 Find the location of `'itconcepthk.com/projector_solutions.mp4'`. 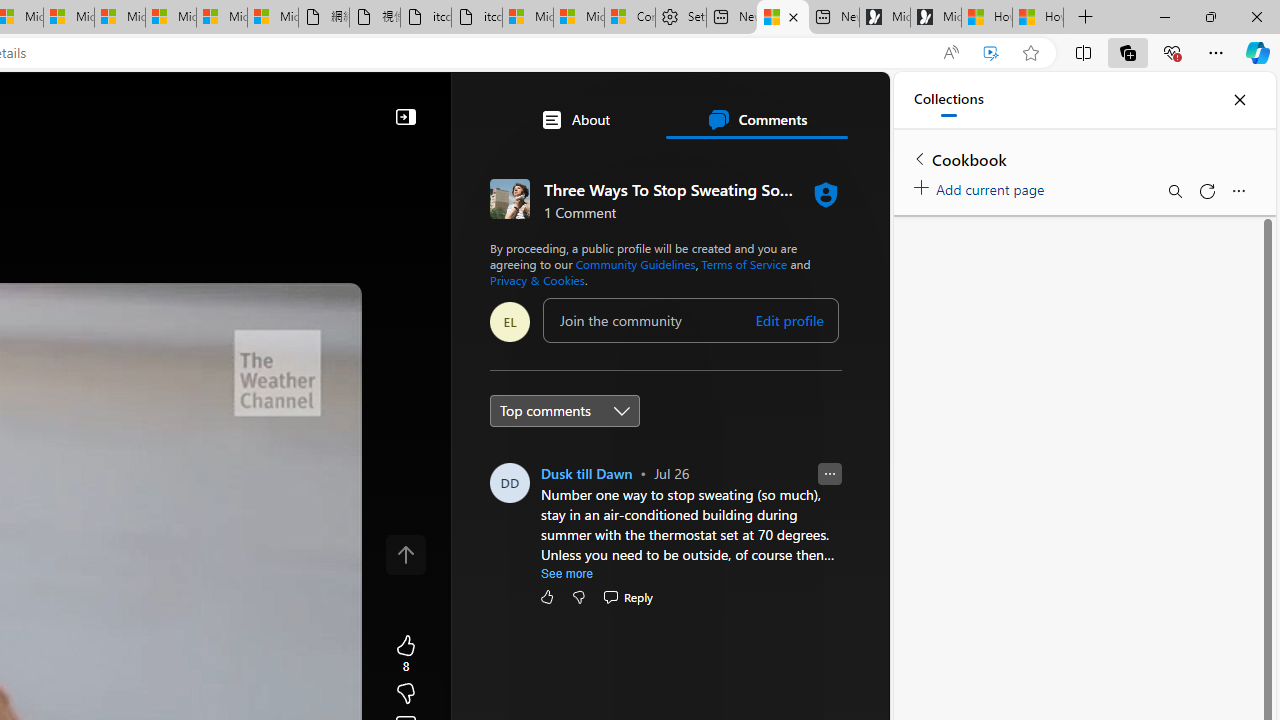

'itconcepthk.com/projector_solutions.mp4' is located at coordinates (475, 17).